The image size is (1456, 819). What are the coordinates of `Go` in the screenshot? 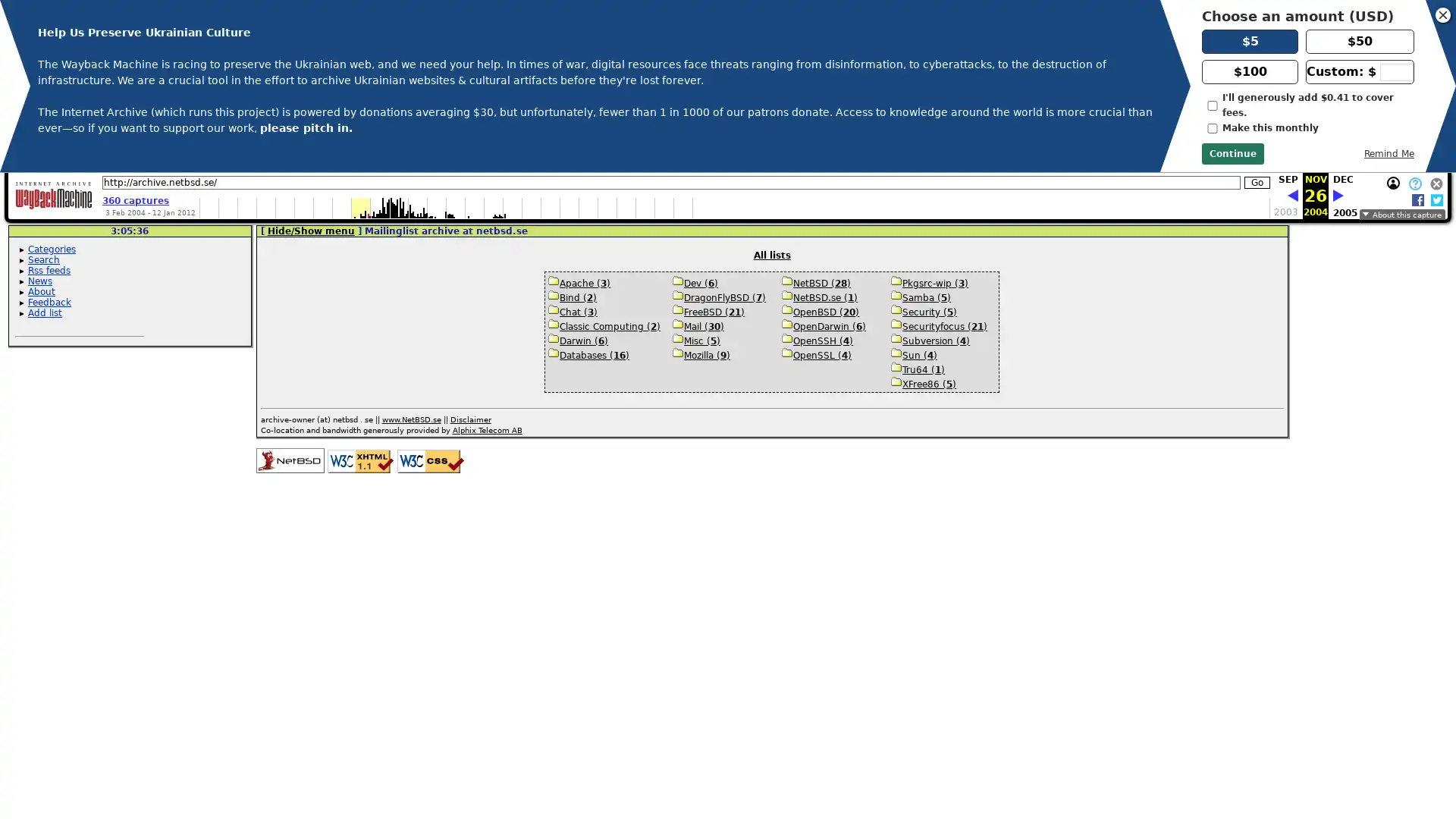 It's located at (1257, 181).